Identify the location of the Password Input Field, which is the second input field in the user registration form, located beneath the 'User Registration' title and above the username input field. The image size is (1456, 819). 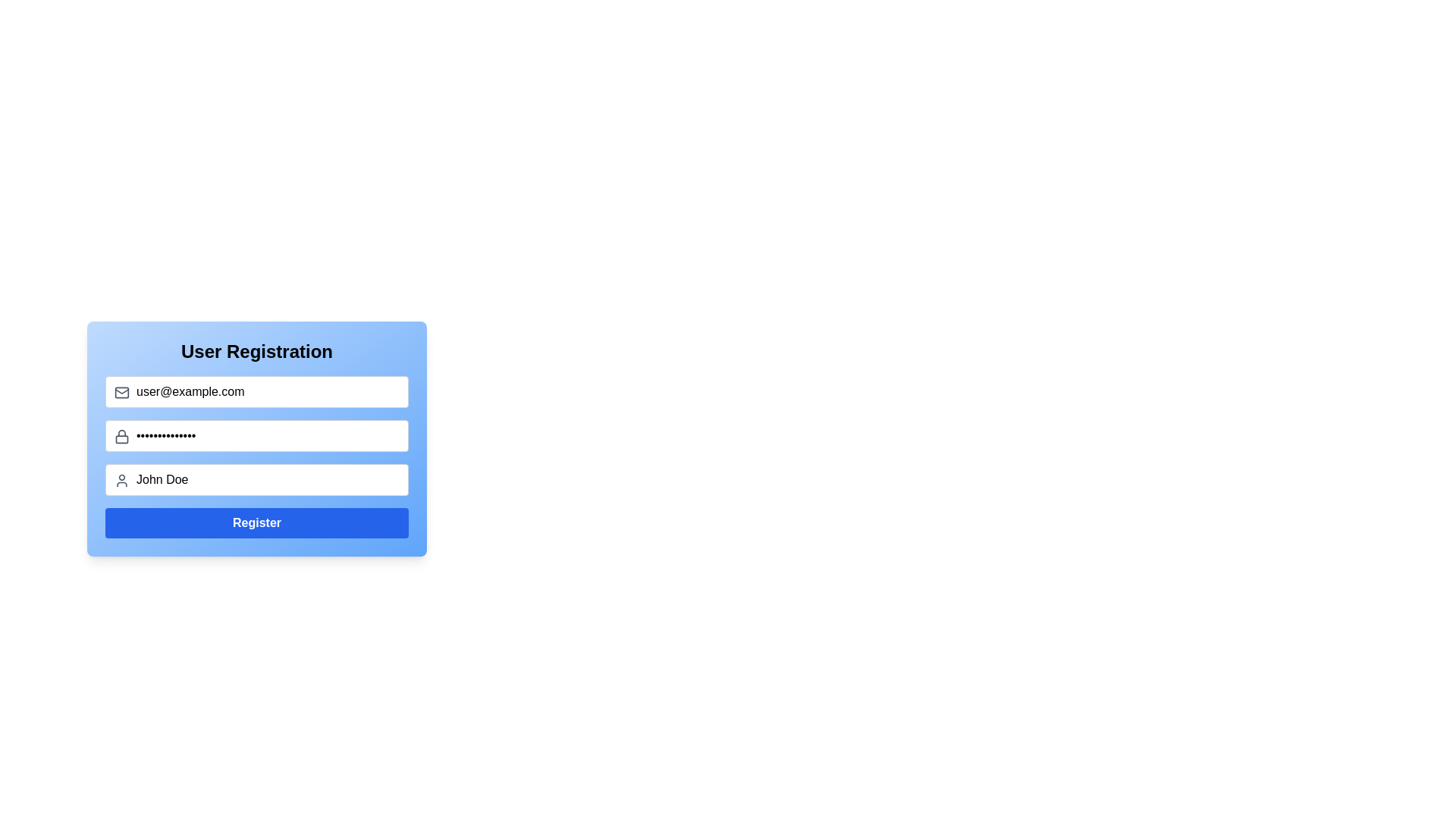
(257, 438).